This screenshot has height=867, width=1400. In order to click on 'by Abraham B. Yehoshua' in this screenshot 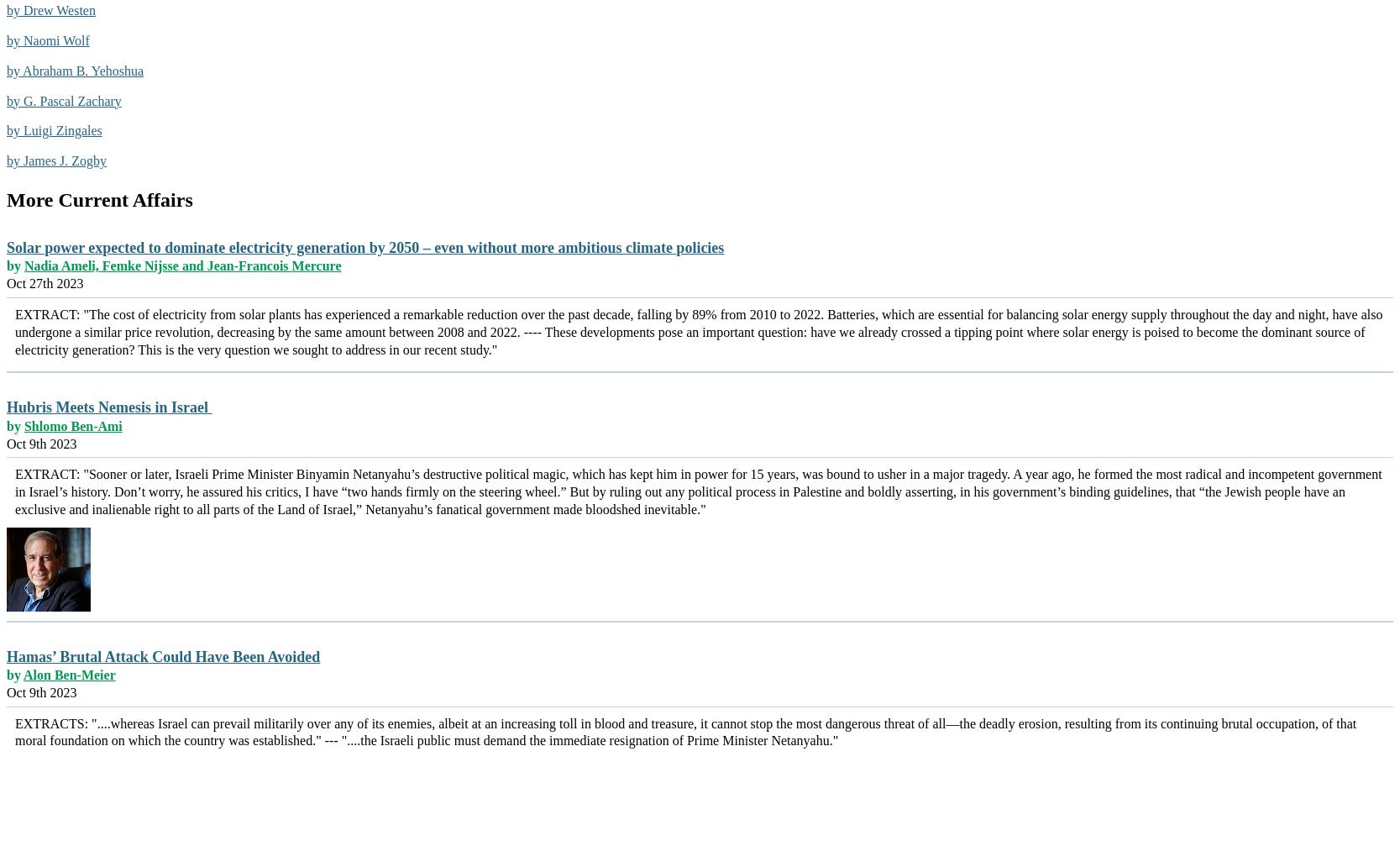, I will do `click(74, 70)`.